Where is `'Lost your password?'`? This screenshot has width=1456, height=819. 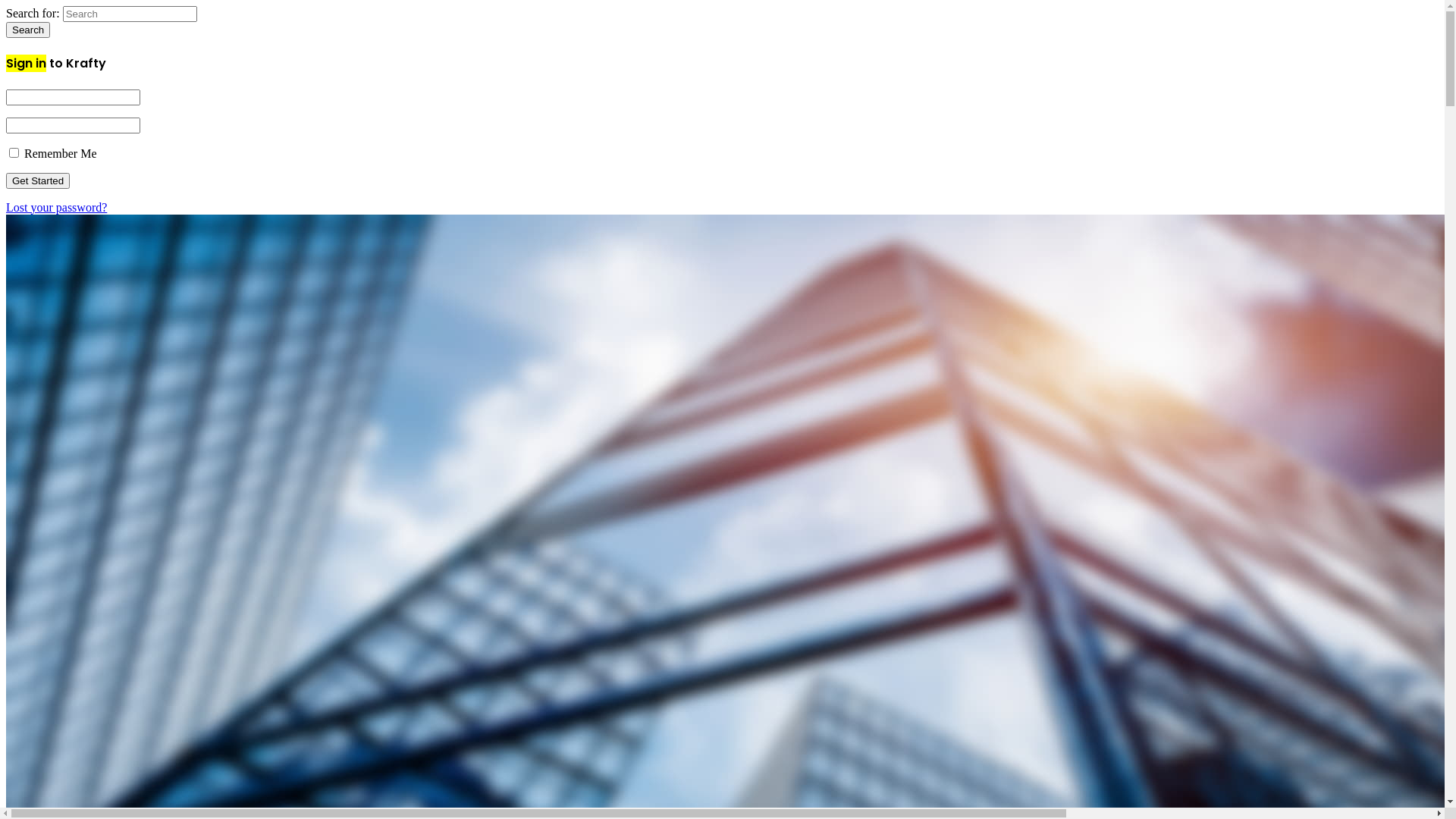 'Lost your password?' is located at coordinates (6, 207).